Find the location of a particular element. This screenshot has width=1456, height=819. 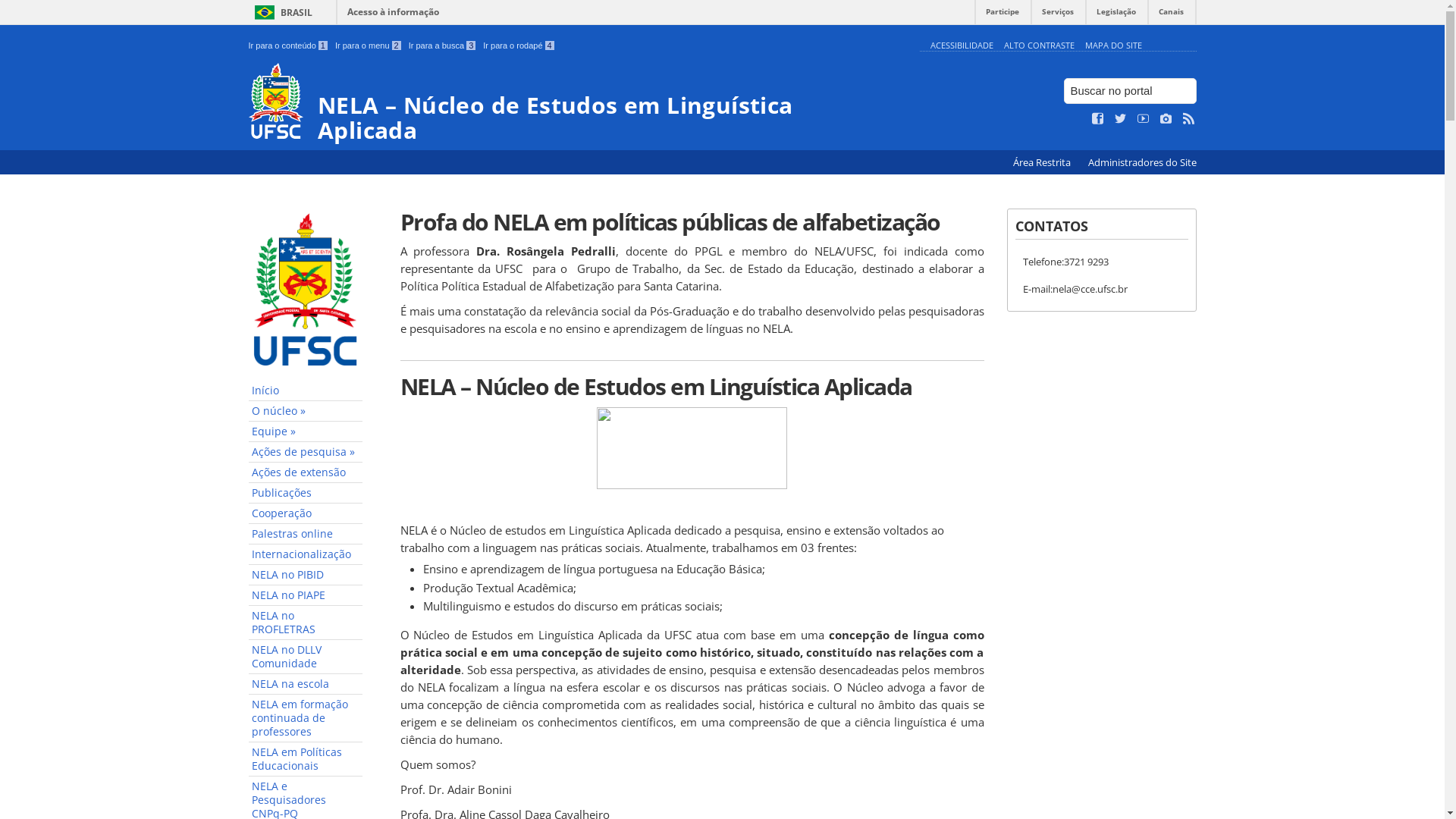

'ALTO CONTRASTE' is located at coordinates (1038, 44).